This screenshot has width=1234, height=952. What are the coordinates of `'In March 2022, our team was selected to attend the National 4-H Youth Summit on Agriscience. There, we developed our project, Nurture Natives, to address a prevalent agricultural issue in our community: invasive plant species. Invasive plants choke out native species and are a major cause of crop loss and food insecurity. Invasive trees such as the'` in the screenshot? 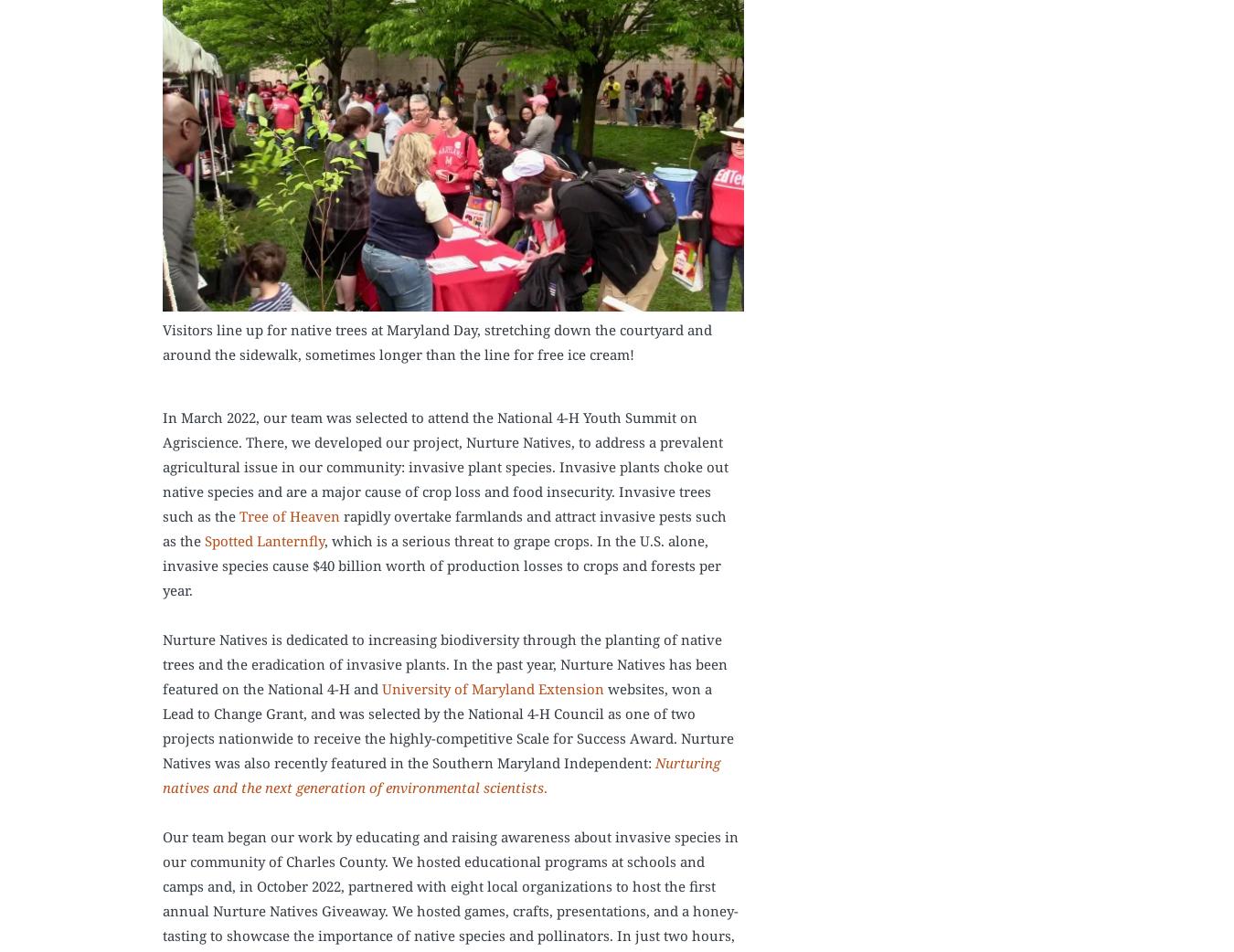 It's located at (444, 466).